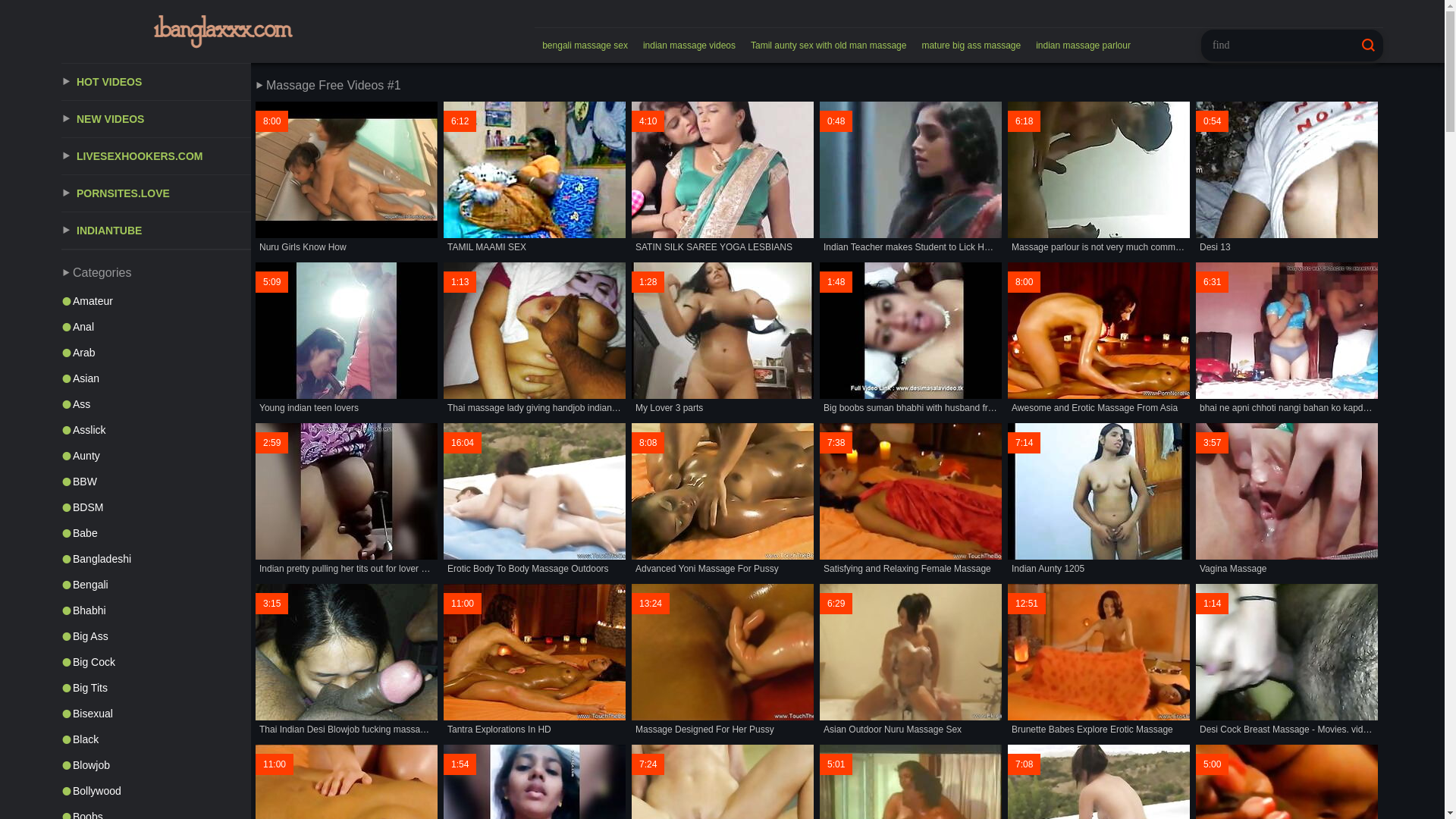 The image size is (1456, 819). I want to click on '0:54, so click(1286, 177).